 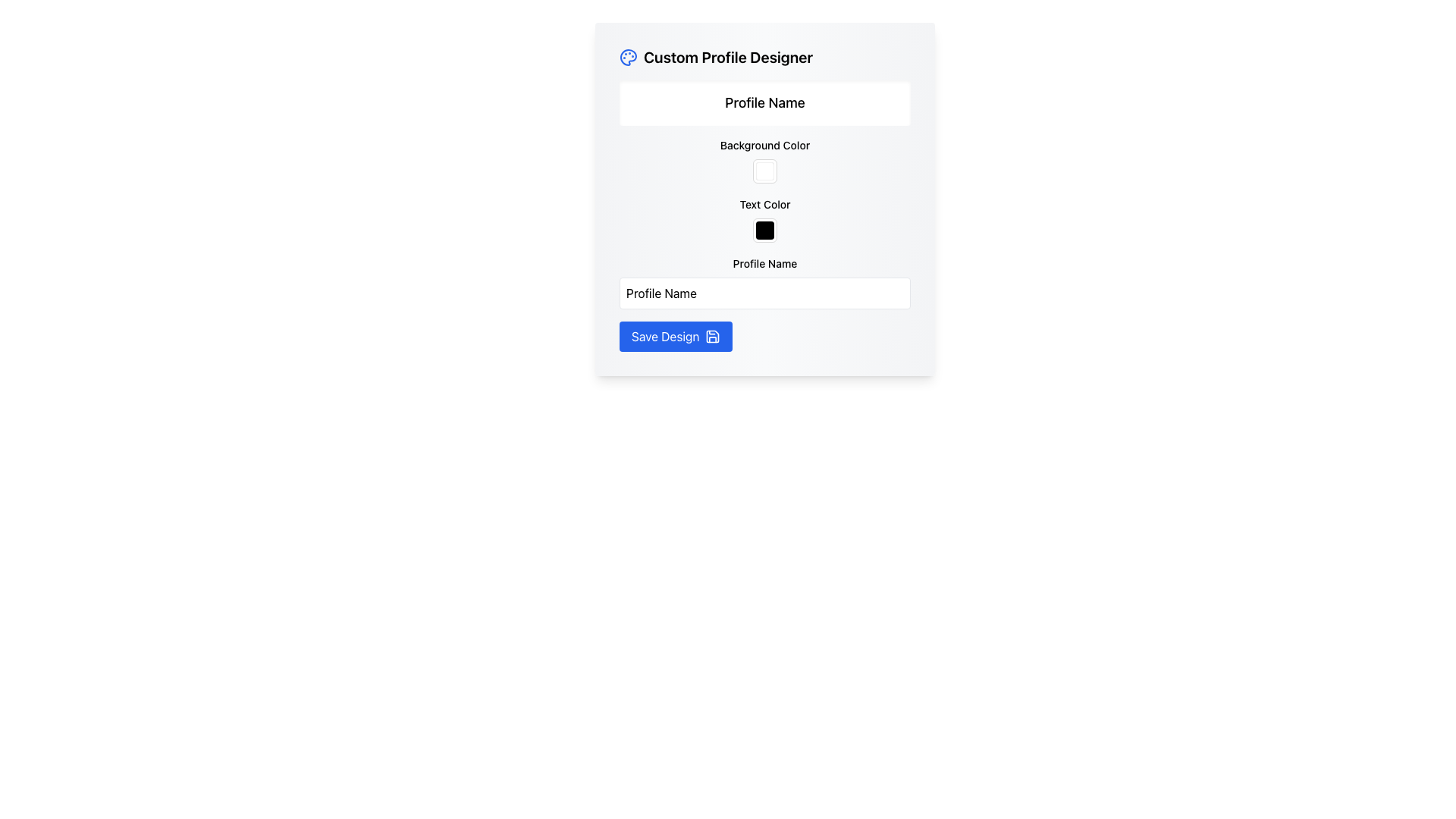 I want to click on the 'Text Color' color picker element, so click(x=764, y=220).